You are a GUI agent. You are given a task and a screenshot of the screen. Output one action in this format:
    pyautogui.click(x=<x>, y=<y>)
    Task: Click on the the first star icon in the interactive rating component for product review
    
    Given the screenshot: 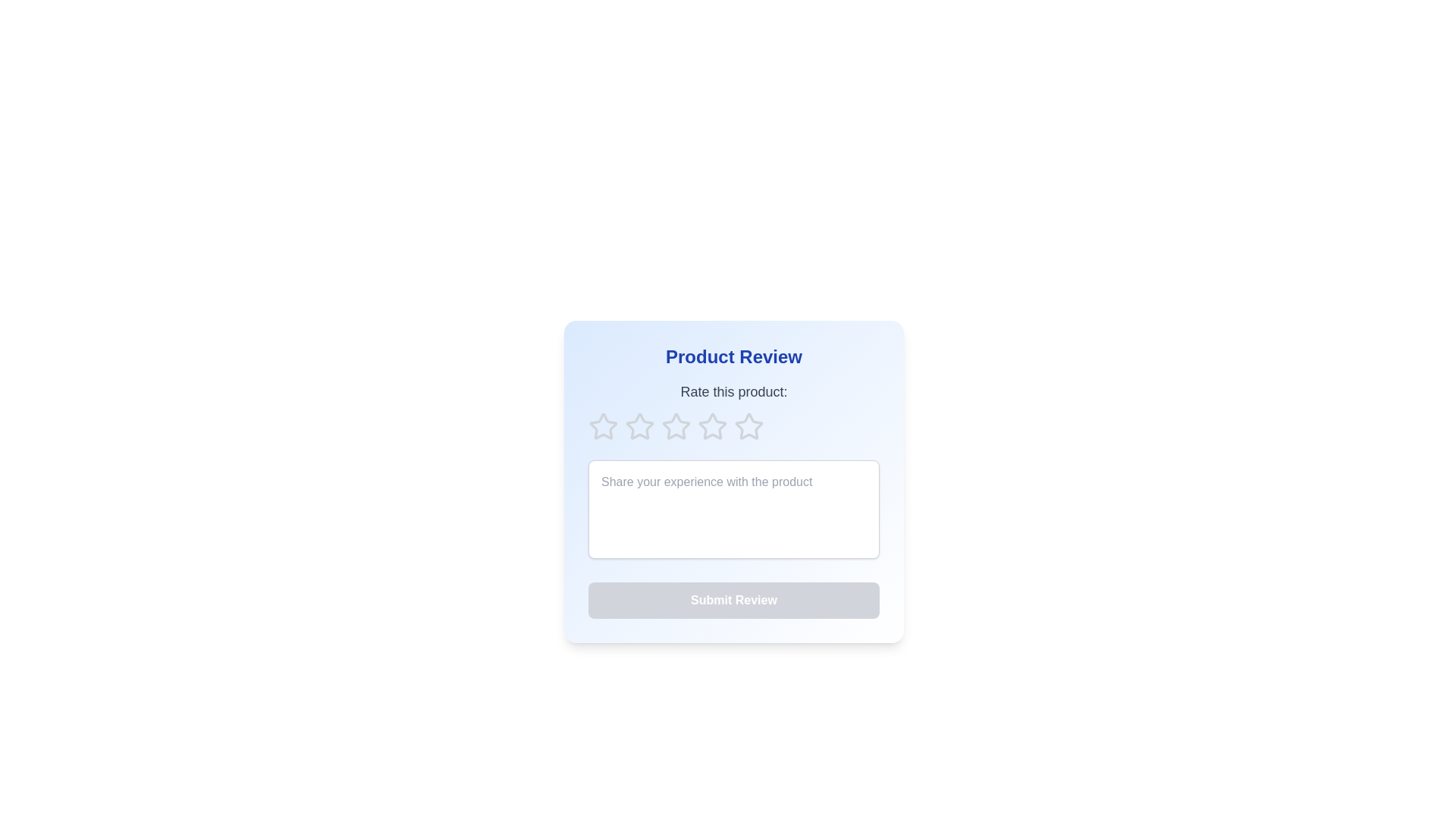 What is the action you would take?
    pyautogui.click(x=603, y=426)
    